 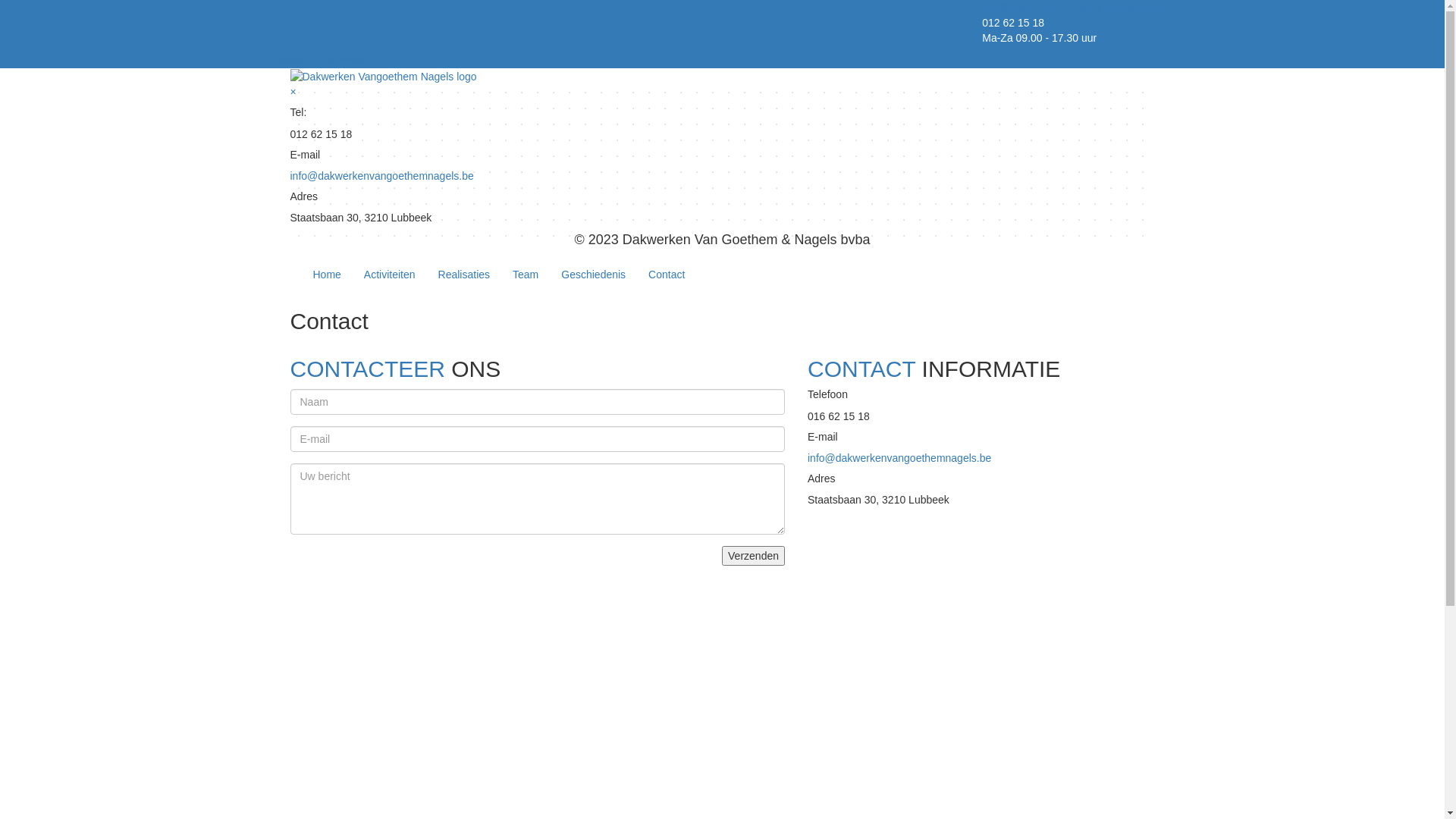 I want to click on 'info@dakwerkenvangoethemnagels.be', so click(x=899, y=457).